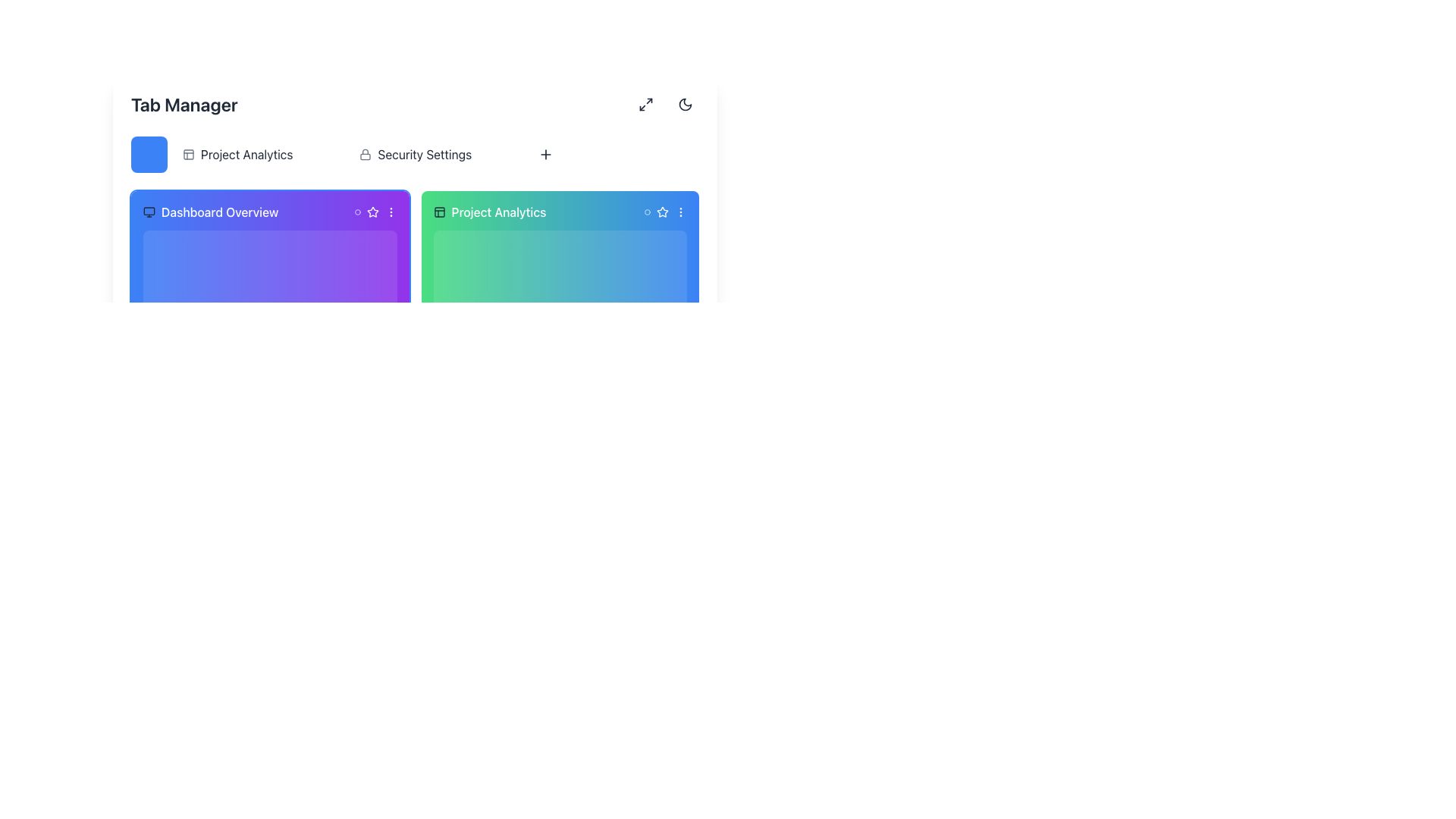 The height and width of the screenshot is (819, 1456). I want to click on the 'Project Analytics' label, which is a medium-weight white text on a green-to-blue gradient background, located in the second card of a series of horizontally arranged cards, so click(498, 212).